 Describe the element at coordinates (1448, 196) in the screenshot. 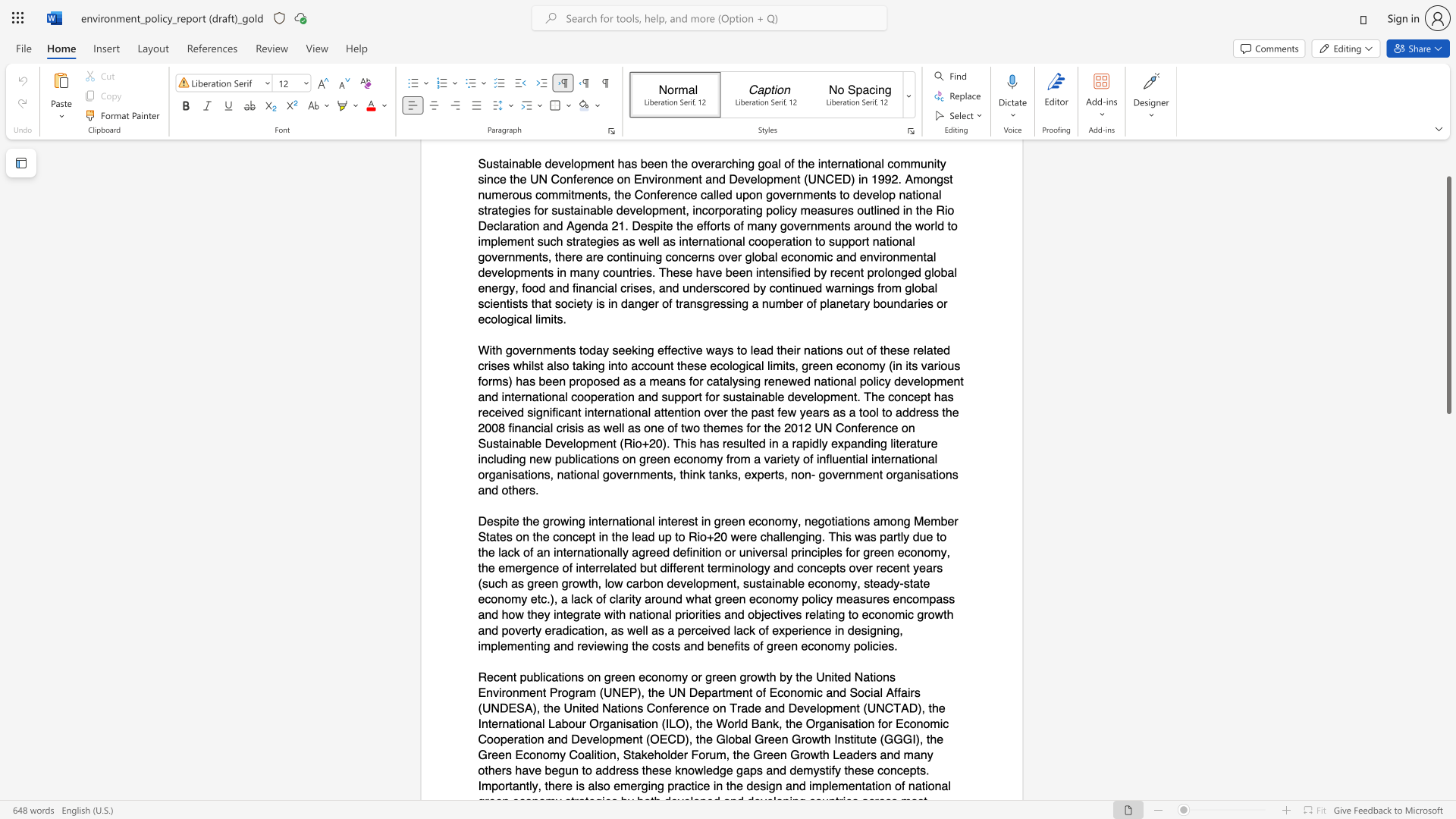

I see `the page's right scrollbar for upward movement` at that location.